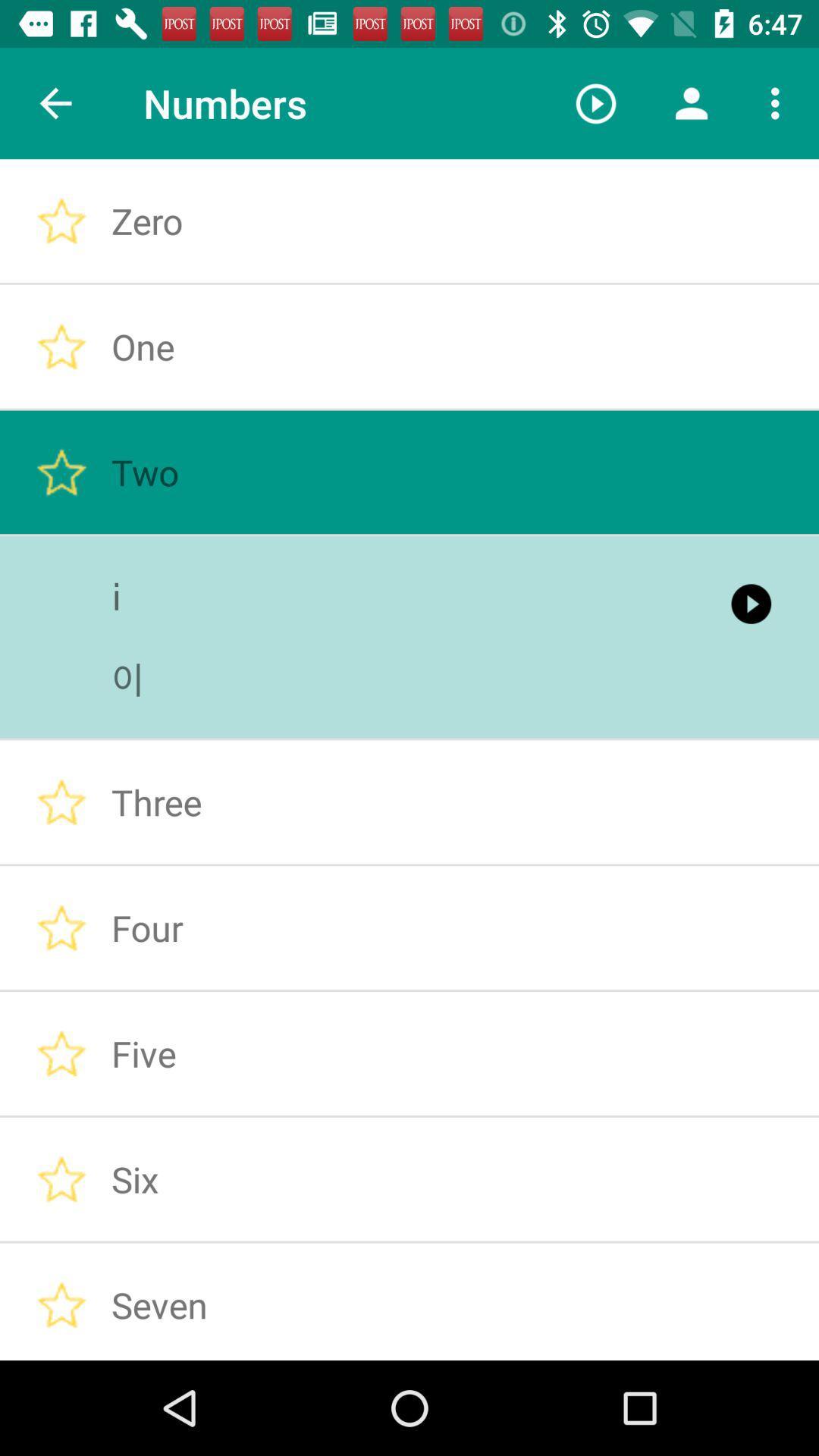 This screenshot has width=819, height=1456. I want to click on item to the left of the numbers item, so click(55, 102).